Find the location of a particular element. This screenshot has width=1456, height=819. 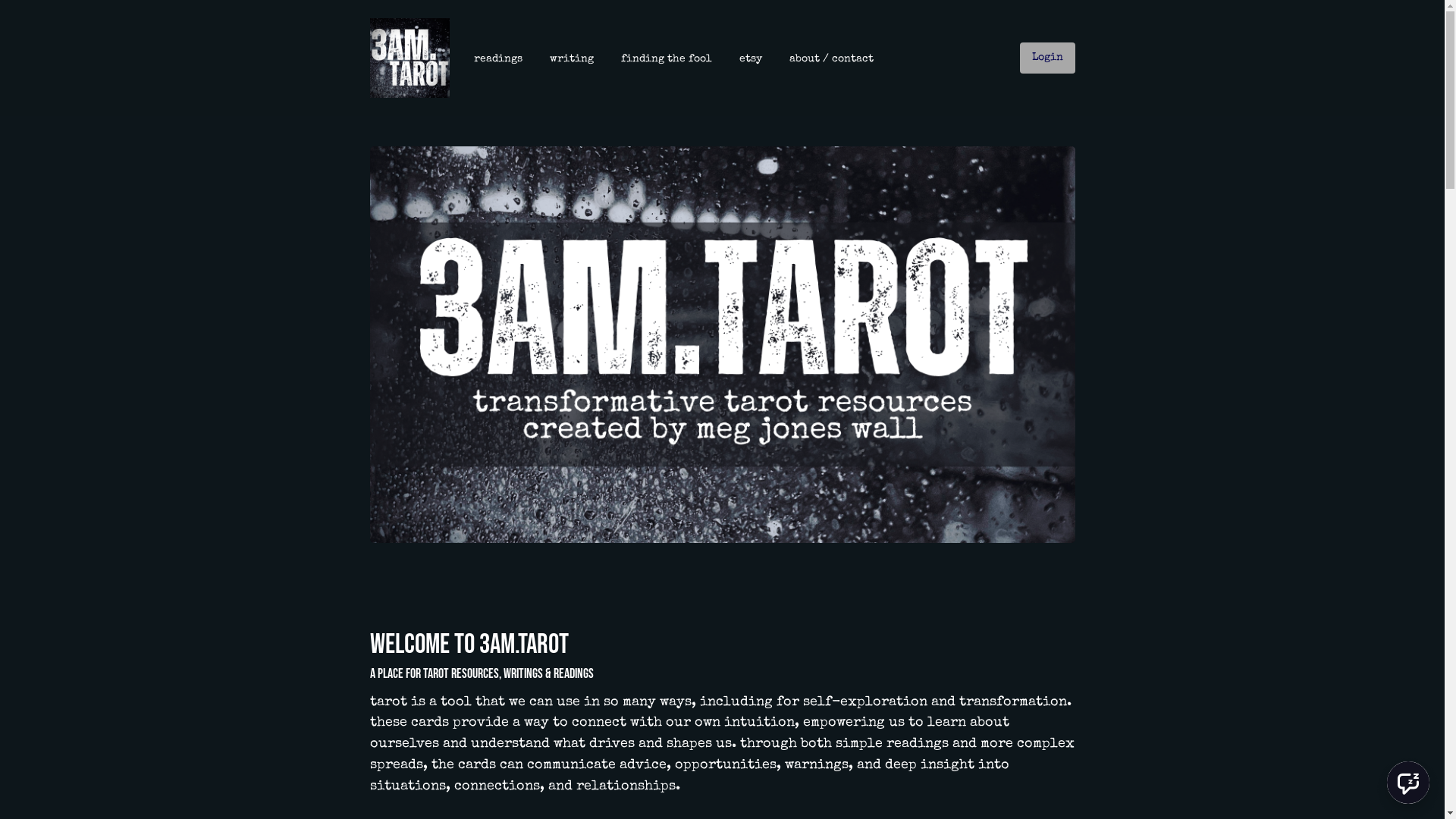

'about / contact' is located at coordinates (830, 58).